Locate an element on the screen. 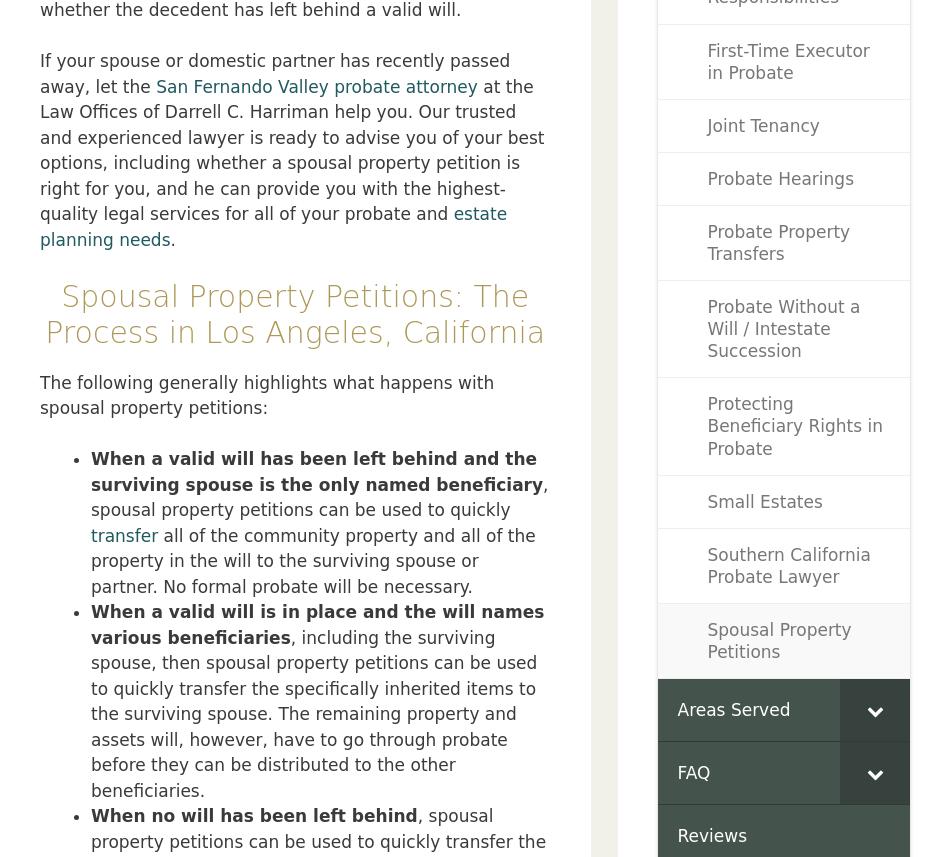 This screenshot has height=857, width=950. 'Joint Tenancy' is located at coordinates (762, 124).